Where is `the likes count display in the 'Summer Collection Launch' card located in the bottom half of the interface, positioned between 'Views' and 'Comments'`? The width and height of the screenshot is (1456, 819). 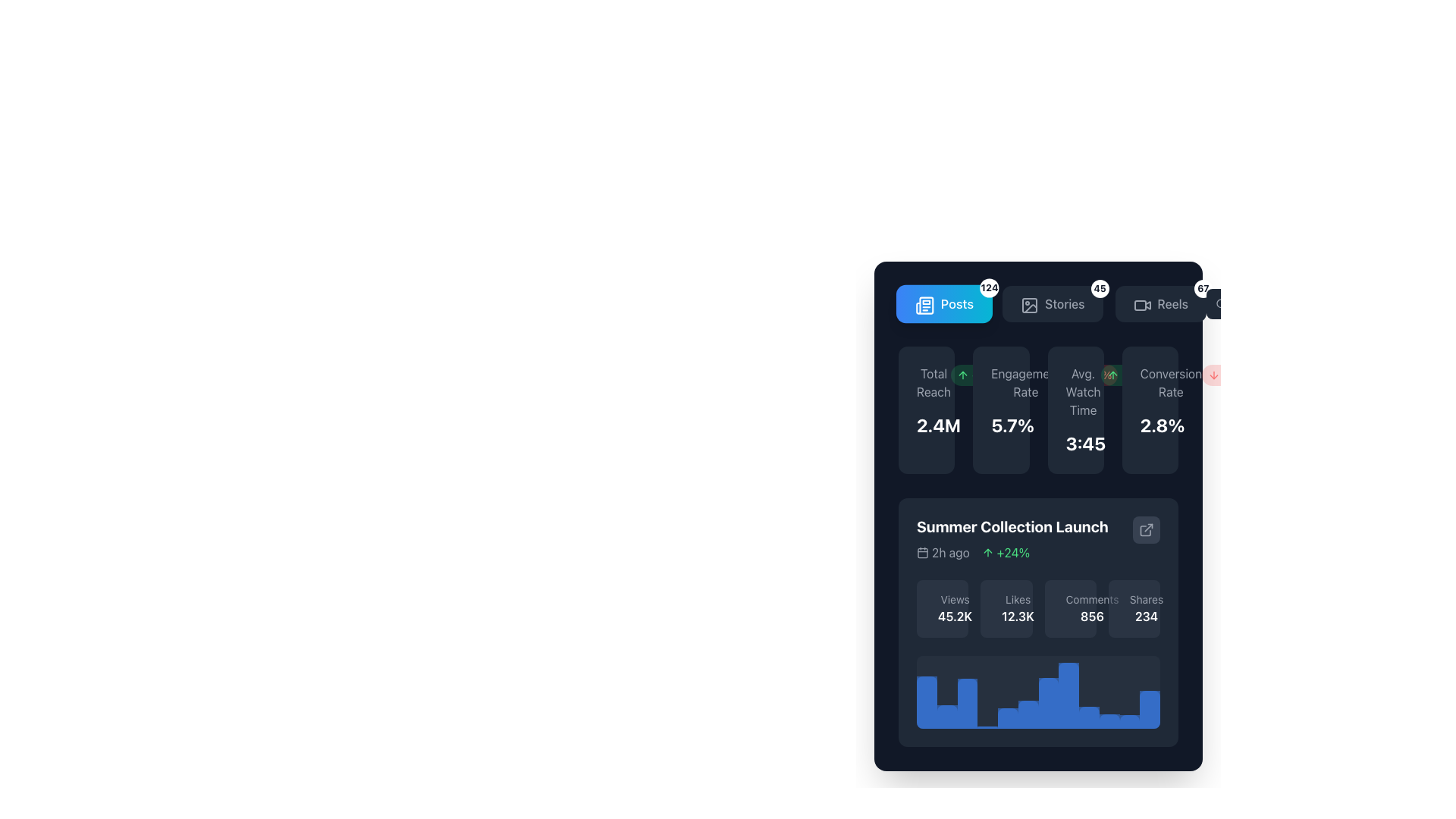 the likes count display in the 'Summer Collection Launch' card located in the bottom half of the interface, positioned between 'Views' and 'Comments' is located at coordinates (1018, 607).